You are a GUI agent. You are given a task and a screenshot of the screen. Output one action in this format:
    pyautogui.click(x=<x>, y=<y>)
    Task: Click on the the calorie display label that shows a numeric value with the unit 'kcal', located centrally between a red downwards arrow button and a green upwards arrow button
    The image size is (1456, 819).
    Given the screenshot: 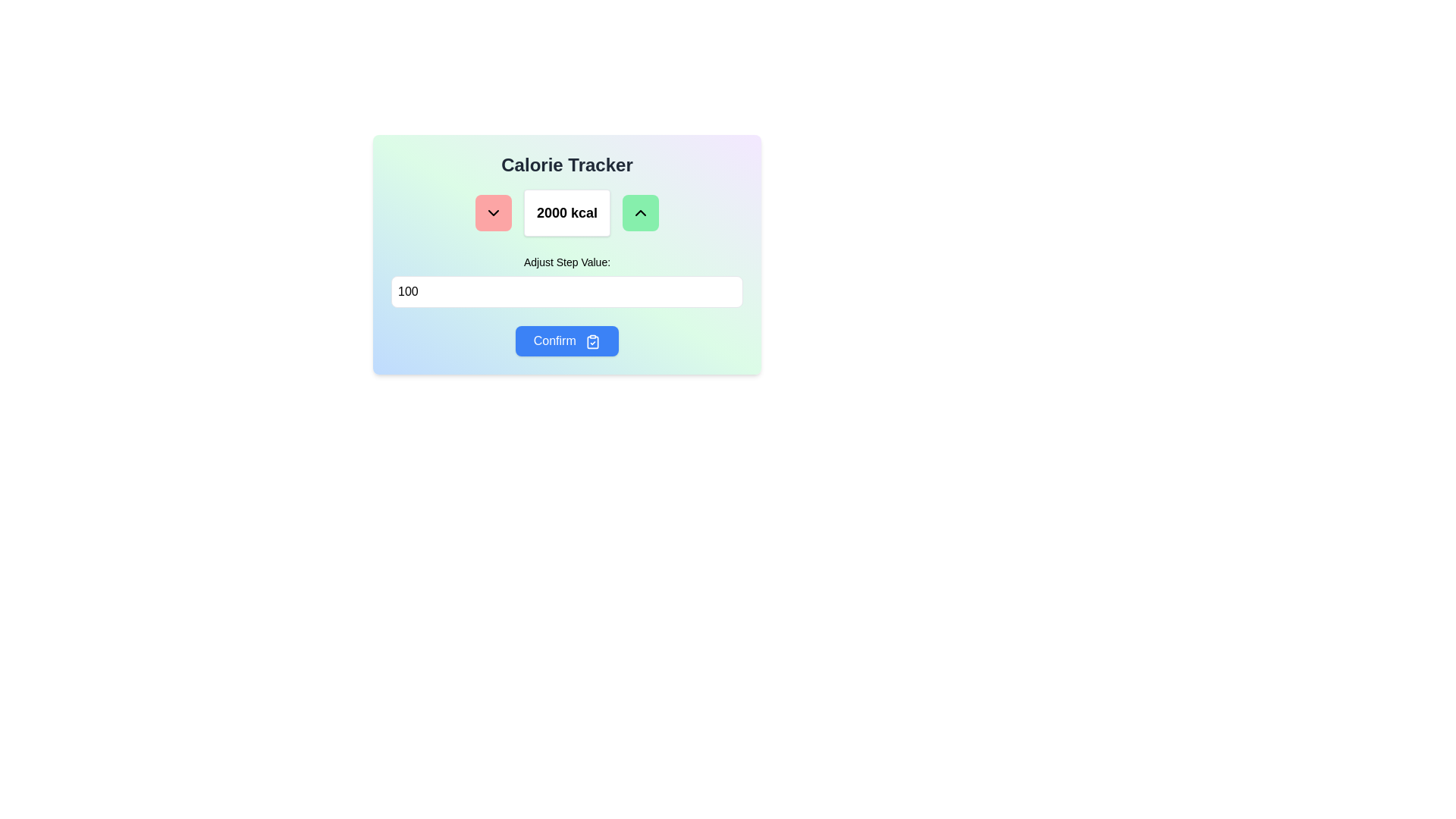 What is the action you would take?
    pyautogui.click(x=566, y=213)
    